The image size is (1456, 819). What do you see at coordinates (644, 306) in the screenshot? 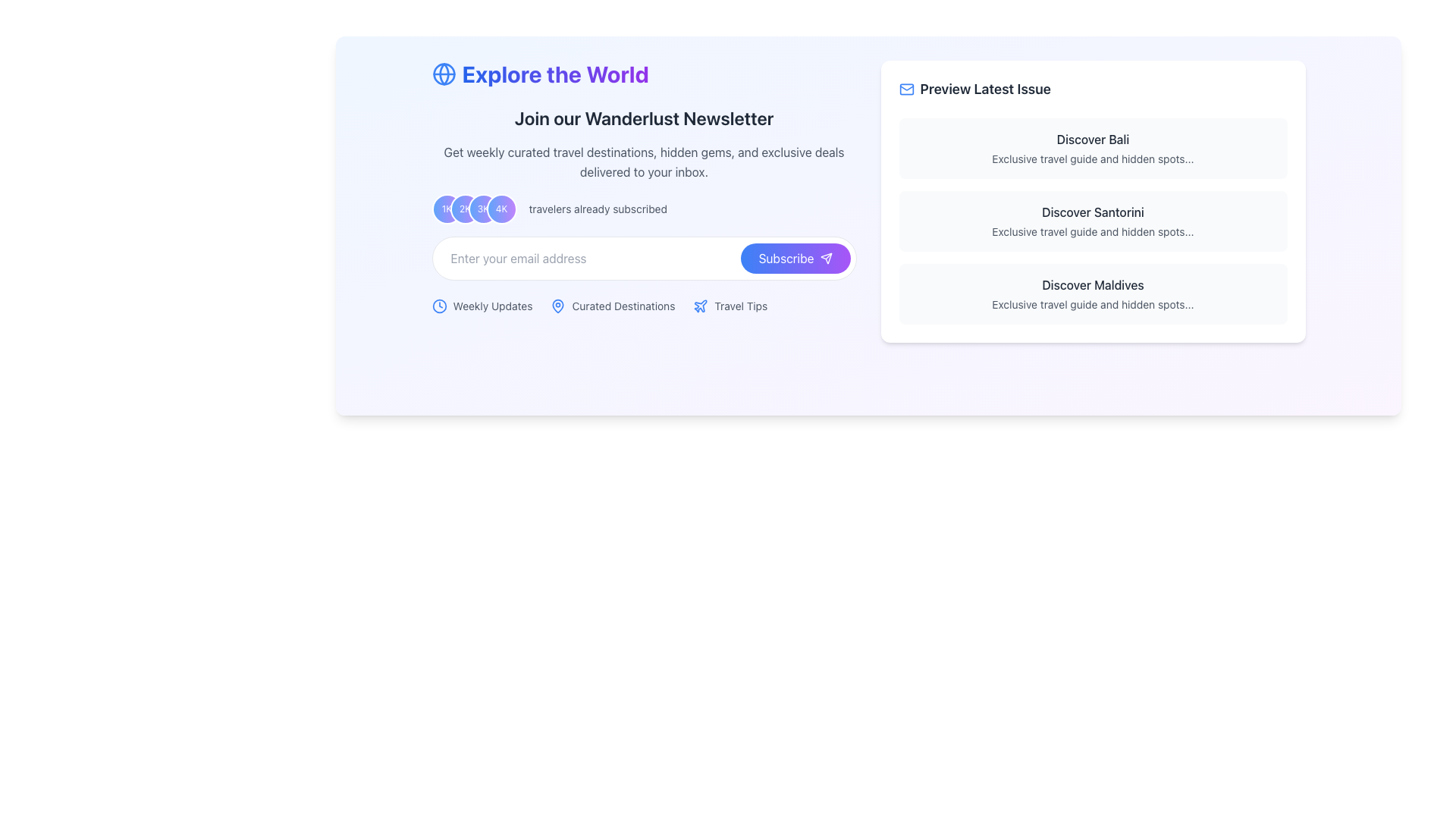
I see `the navigation links section located at the bottom of the subscription panel` at bounding box center [644, 306].